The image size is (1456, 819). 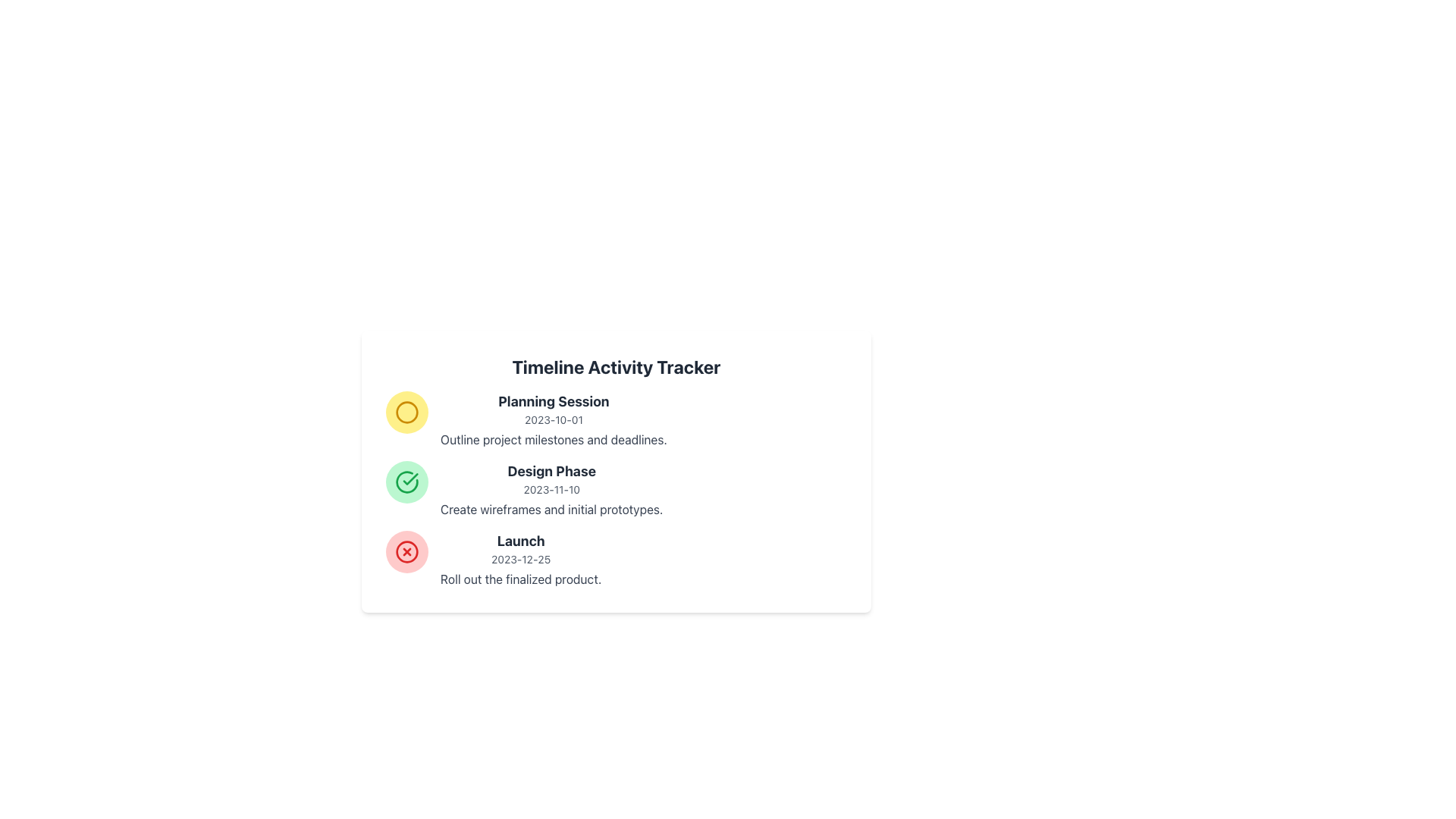 I want to click on the text label displaying 'Roll out the finalized product.' in gray font within the 'Launch' section, so click(x=521, y=579).